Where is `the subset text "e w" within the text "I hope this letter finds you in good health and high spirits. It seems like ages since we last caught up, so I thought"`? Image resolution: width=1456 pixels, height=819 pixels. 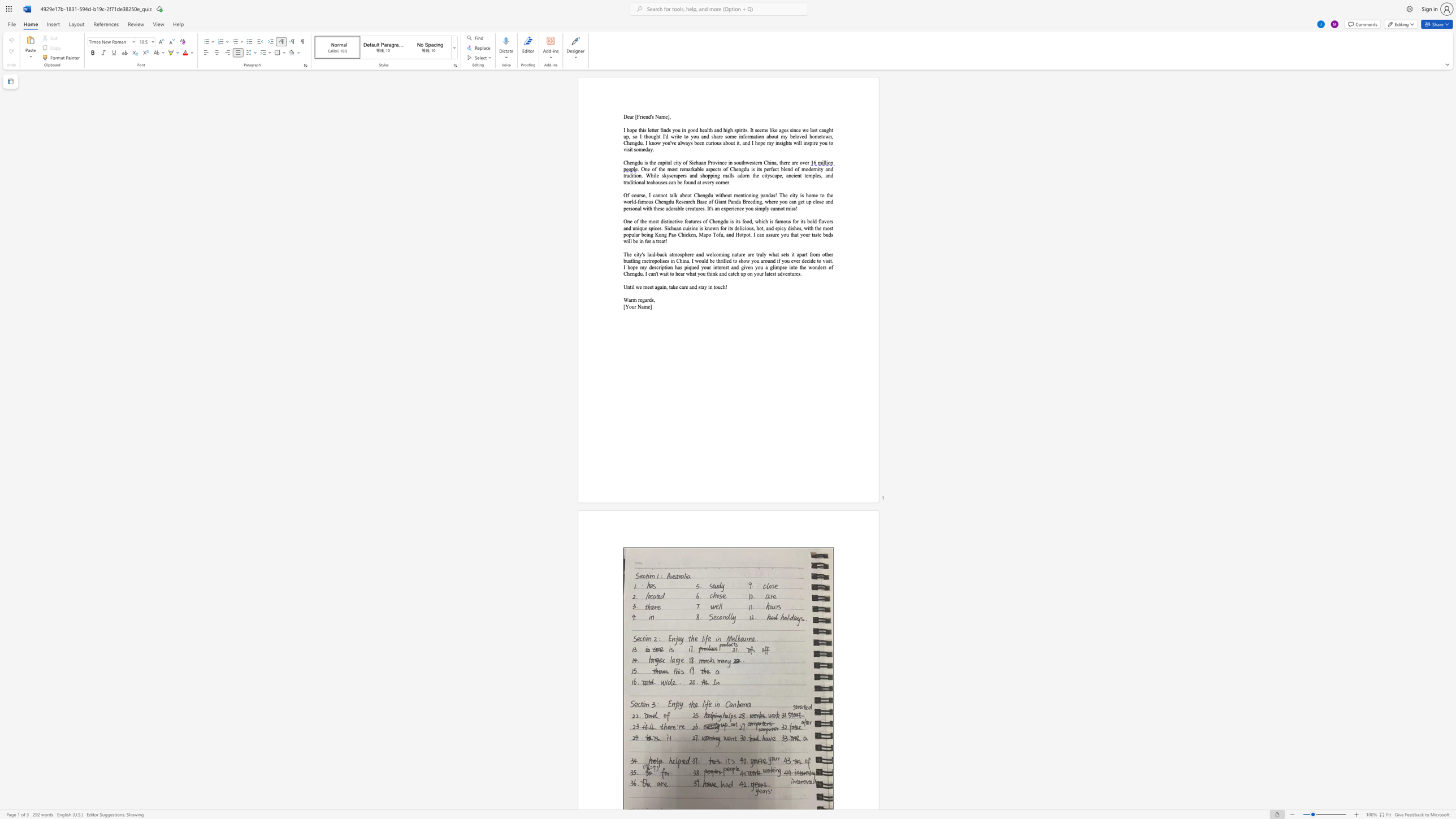
the subset text "e w" within the text "I hope this letter finds you in good health and high spirits. It seems like ages since we last caught up, so I thought" is located at coordinates (798, 129).